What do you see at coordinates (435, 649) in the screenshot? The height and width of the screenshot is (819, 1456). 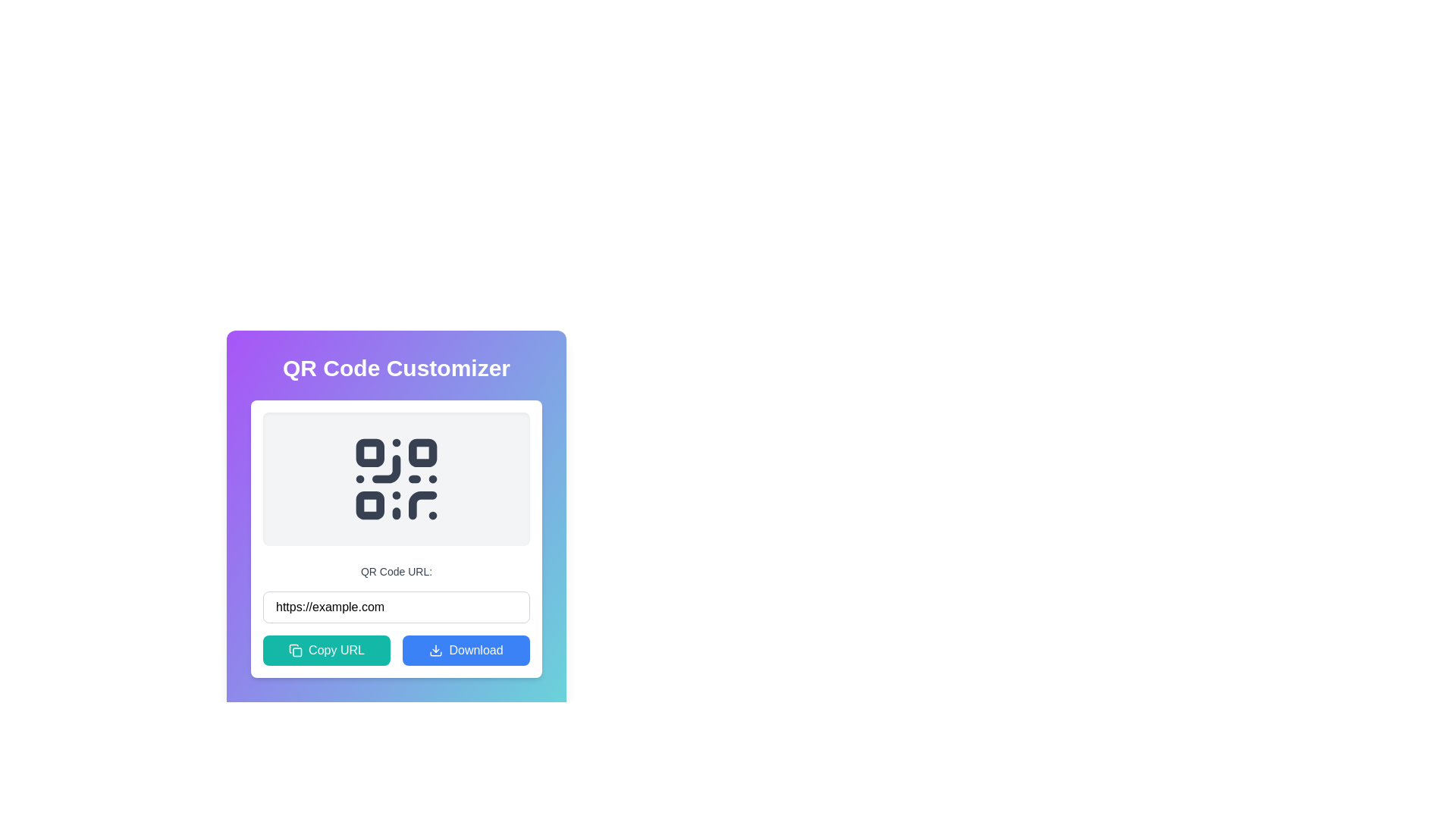 I see `the download icon, which is a minimalistic design with a downward arrow on a blue circular background` at bounding box center [435, 649].